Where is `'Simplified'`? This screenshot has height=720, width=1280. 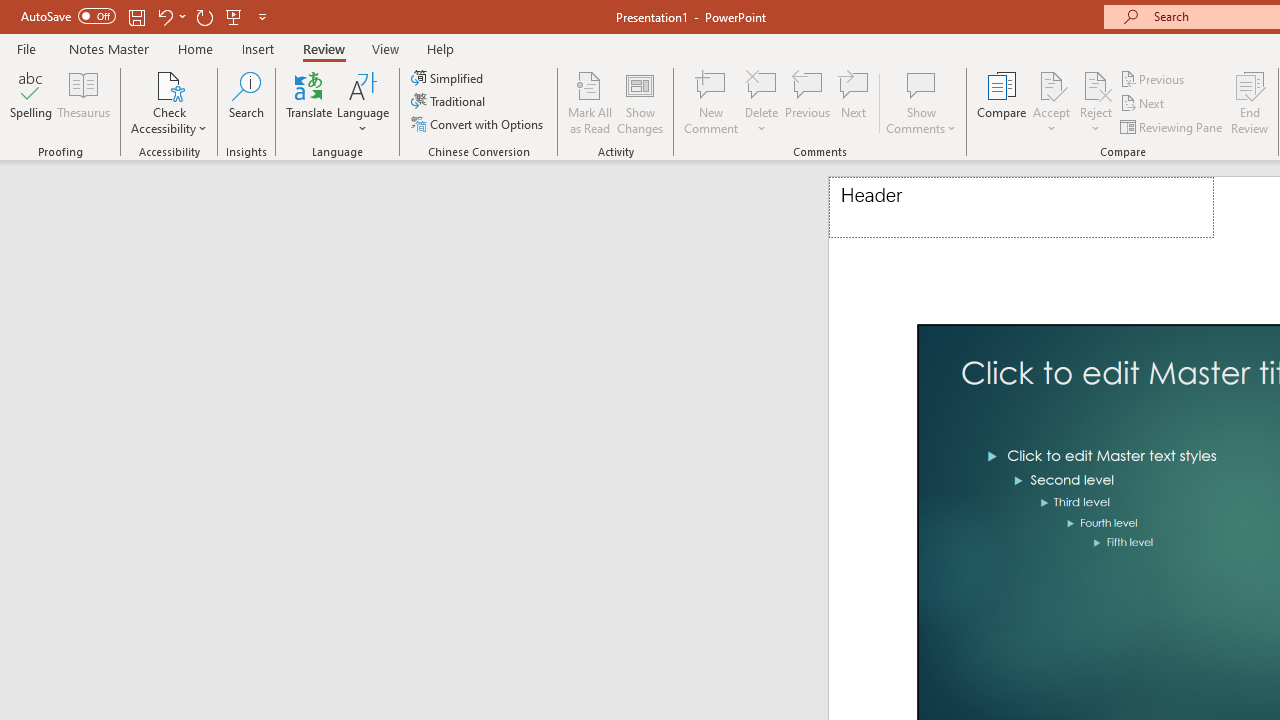 'Simplified' is located at coordinates (448, 77).